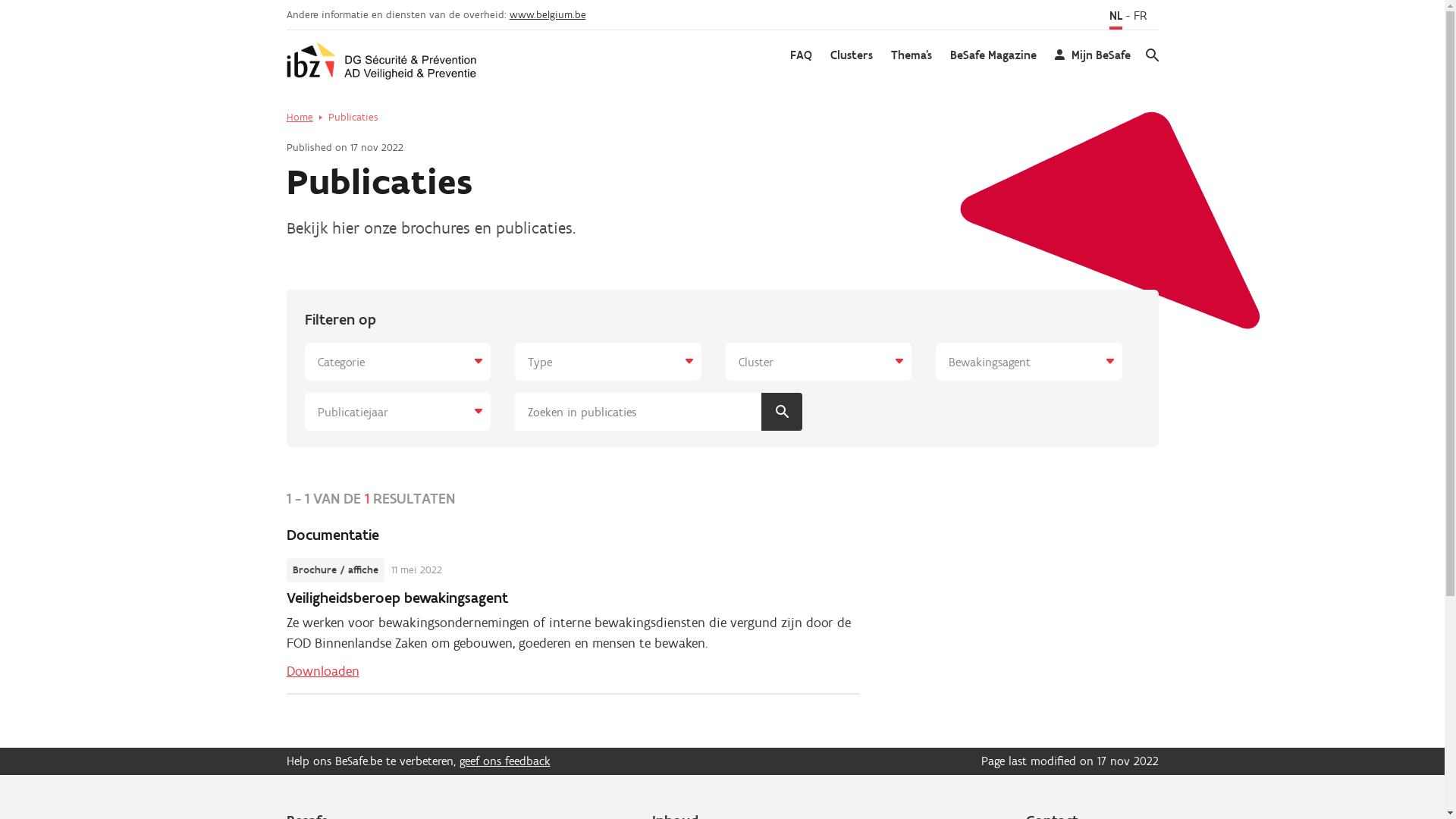  Describe the element at coordinates (287, 670) in the screenshot. I see `'Downloaden'` at that location.